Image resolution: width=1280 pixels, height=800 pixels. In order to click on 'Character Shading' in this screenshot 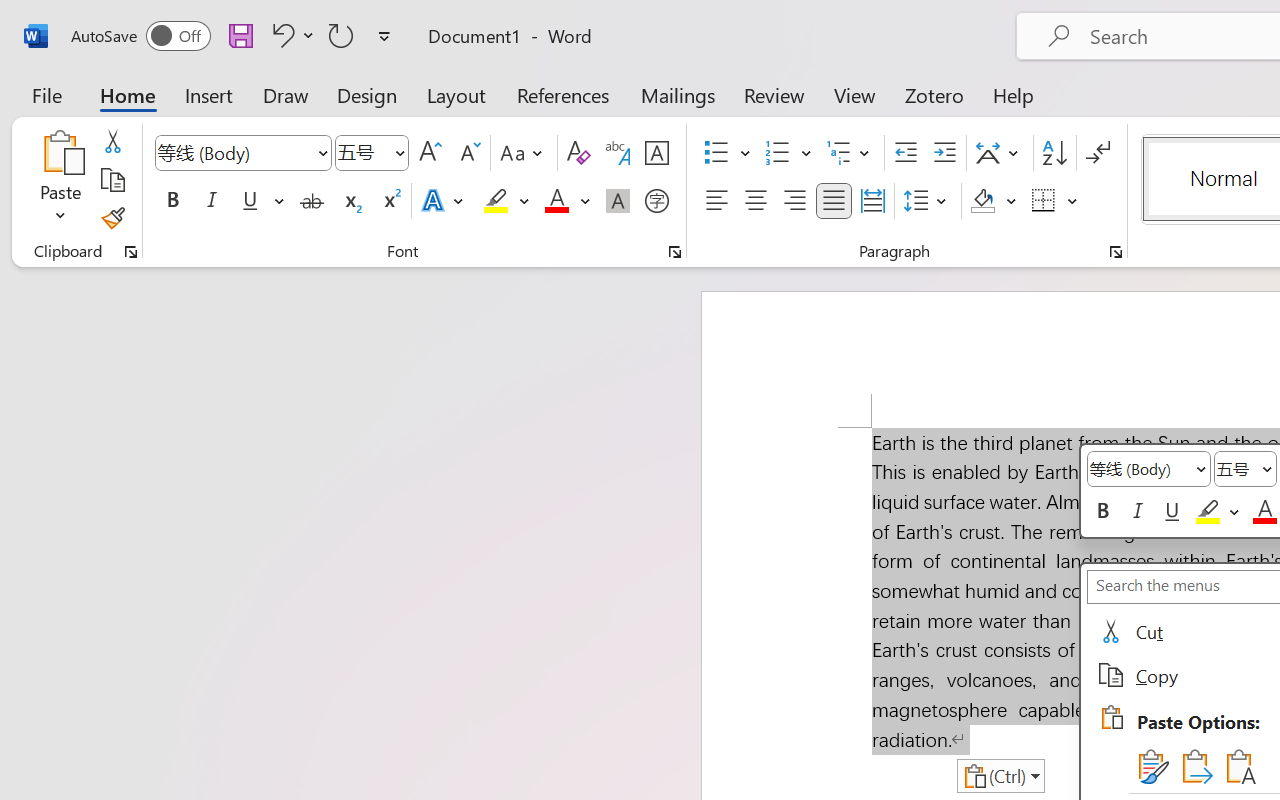, I will do `click(617, 201)`.